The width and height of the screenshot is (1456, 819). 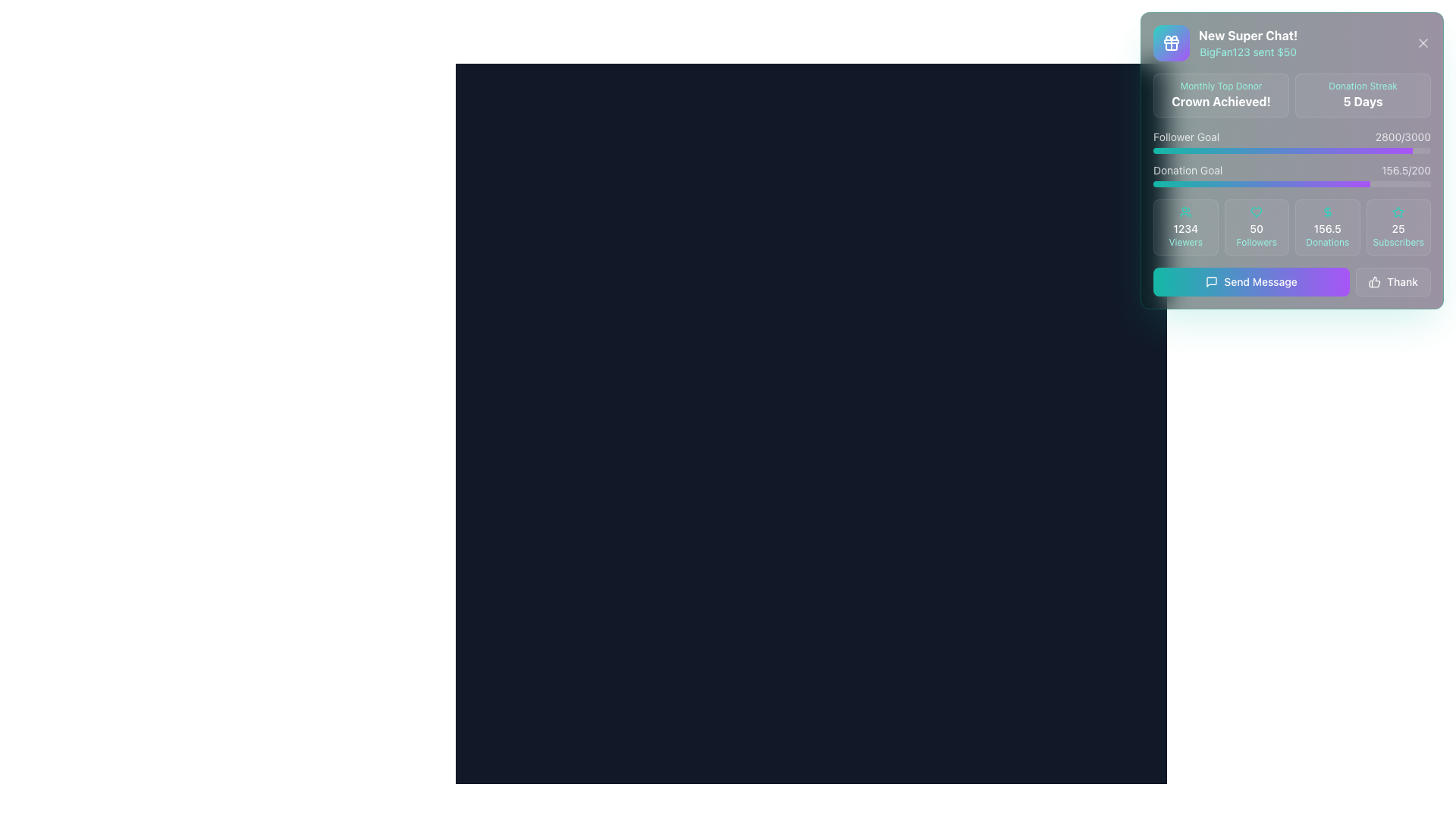 What do you see at coordinates (1171, 40) in the screenshot?
I see `the horizontal ribbon of the icon, which is a small rectangular graphical shape with slightly rounded corners positioned at the top of a gift box design` at bounding box center [1171, 40].